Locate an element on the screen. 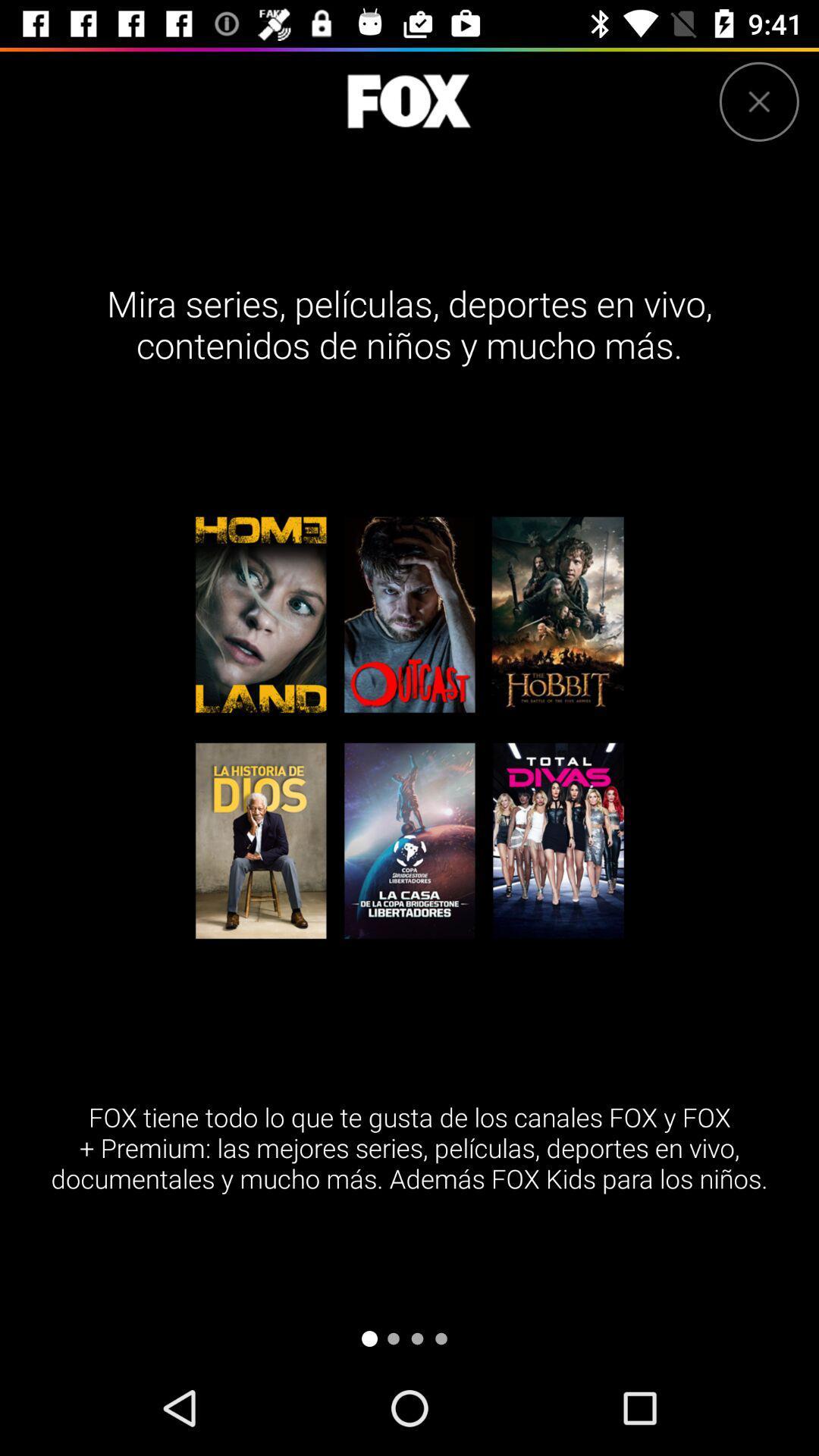 This screenshot has height=1456, width=819. close is located at coordinates (759, 101).